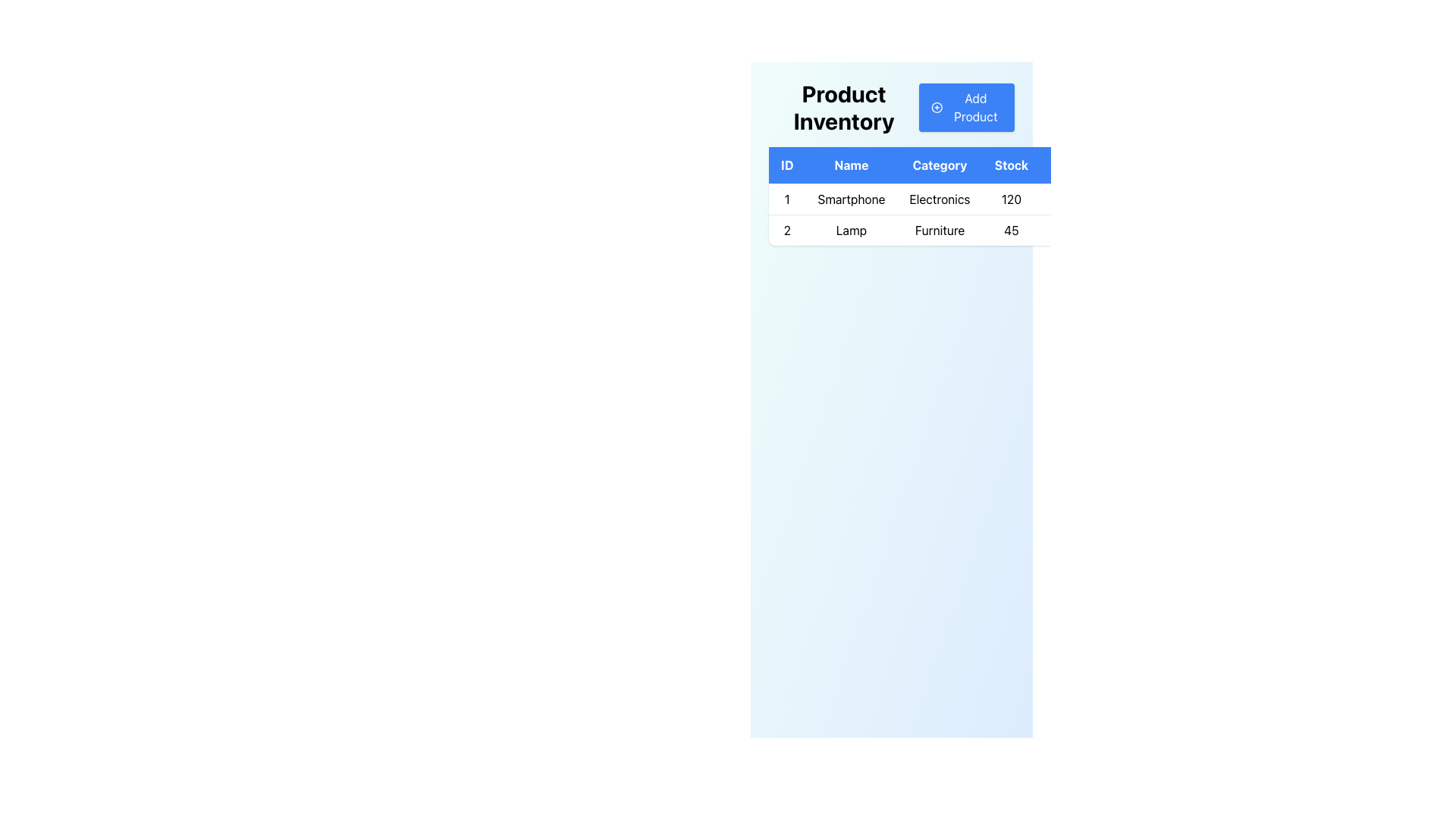 This screenshot has height=819, width=1456. I want to click on the textual numeric value '1' in the 'ID' field of the 'Product Inventory' table, which is displayed in a sans-serif font and centered within its rectangular area, so click(787, 198).